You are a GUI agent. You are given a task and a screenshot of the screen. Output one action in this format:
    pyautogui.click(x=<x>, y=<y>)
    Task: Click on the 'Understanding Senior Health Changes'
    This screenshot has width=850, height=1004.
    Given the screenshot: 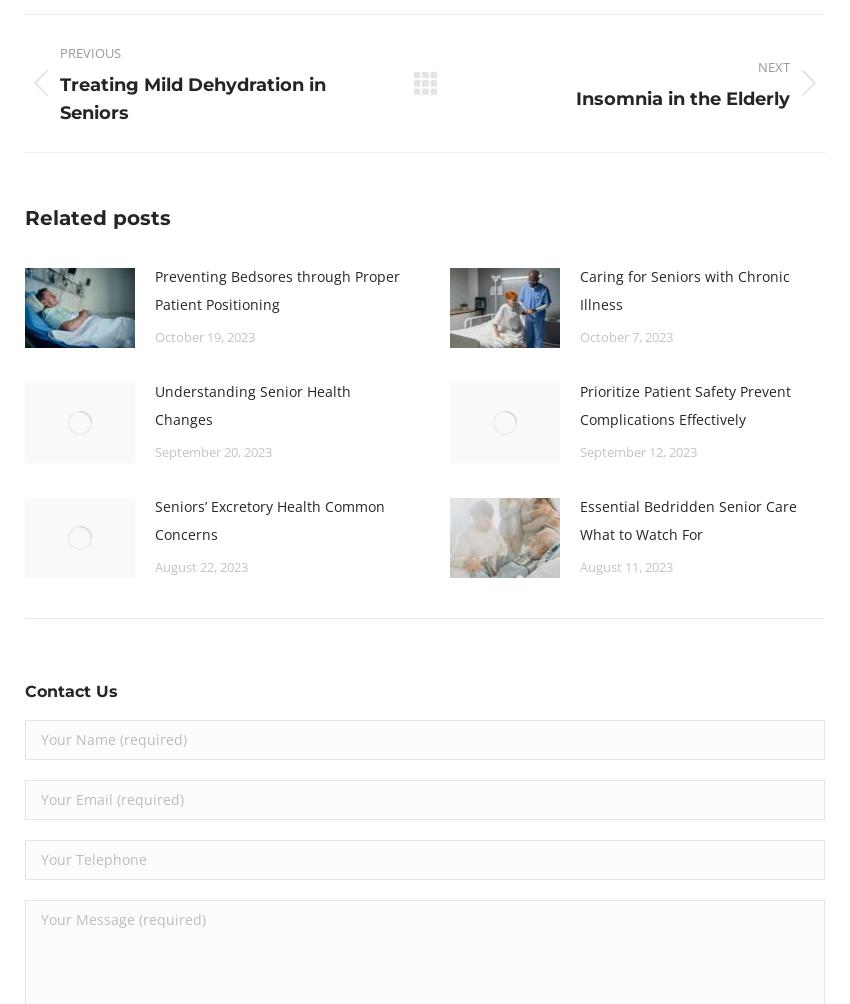 What is the action you would take?
    pyautogui.click(x=252, y=403)
    